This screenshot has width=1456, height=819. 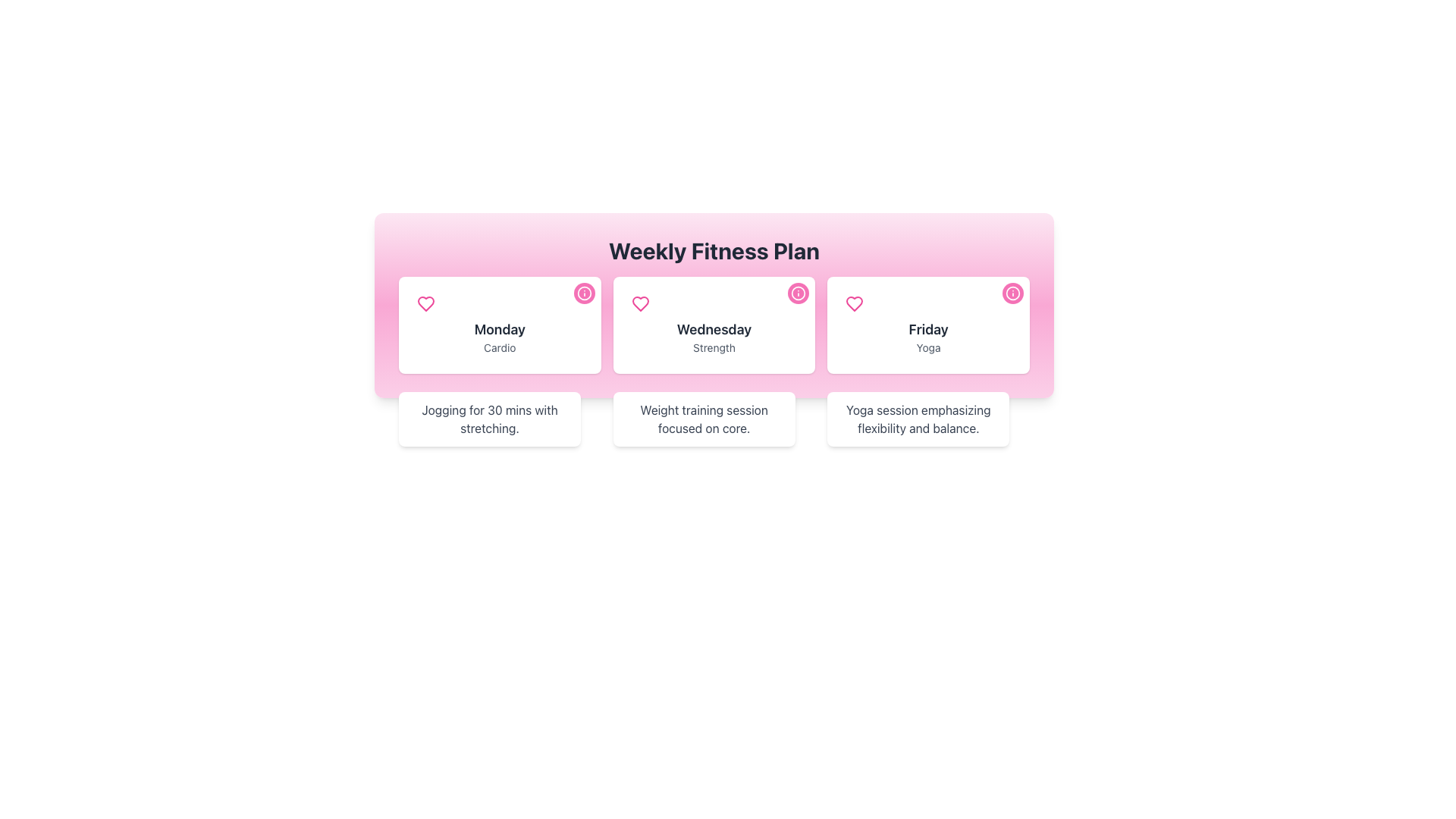 What do you see at coordinates (490, 419) in the screenshot?
I see `the text element that reads 'Jogging for 30 mins with stretching.' located below the 'Monday' card in the 'Weekly Fitness Plan' section` at bounding box center [490, 419].